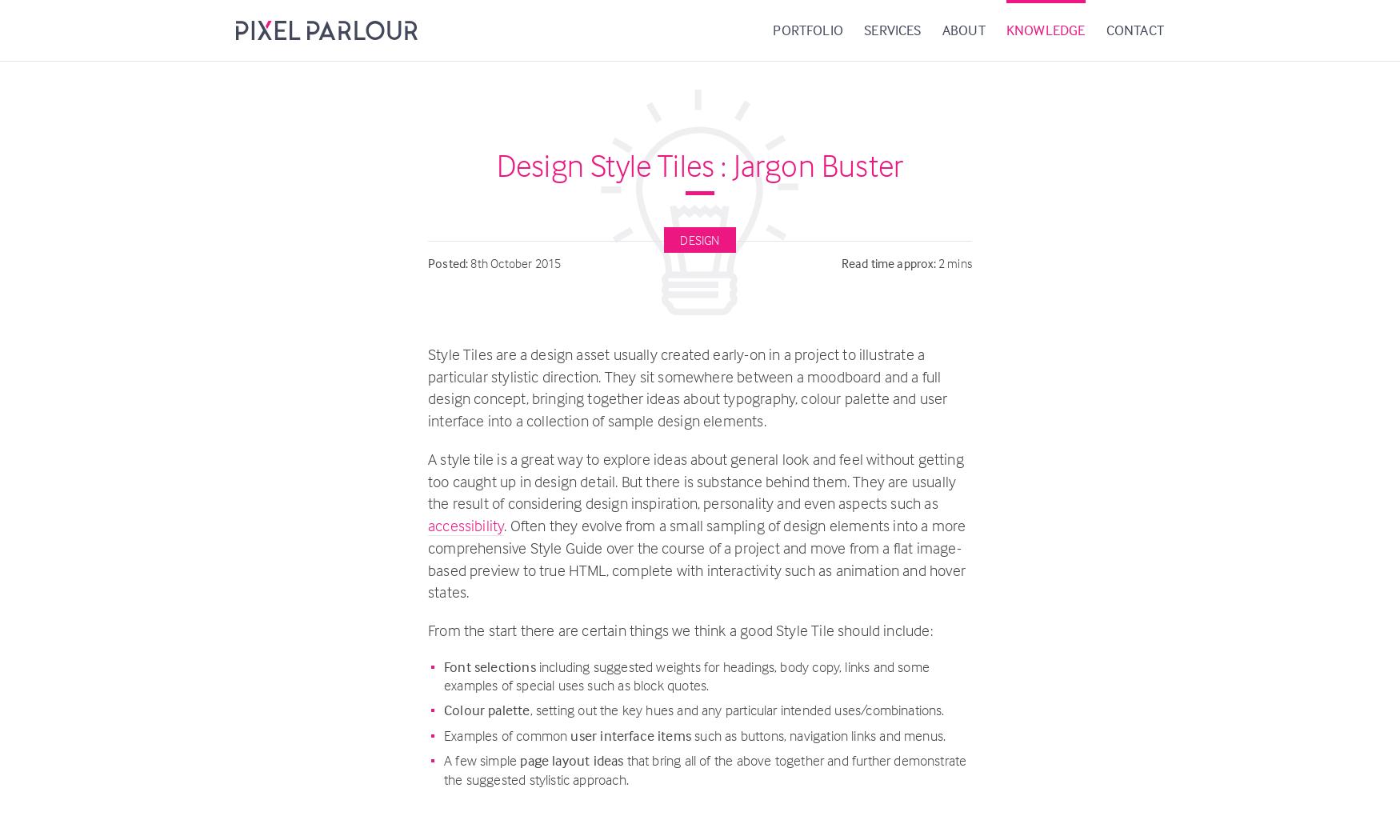  I want to click on 'Portfolio', so click(773, 30).